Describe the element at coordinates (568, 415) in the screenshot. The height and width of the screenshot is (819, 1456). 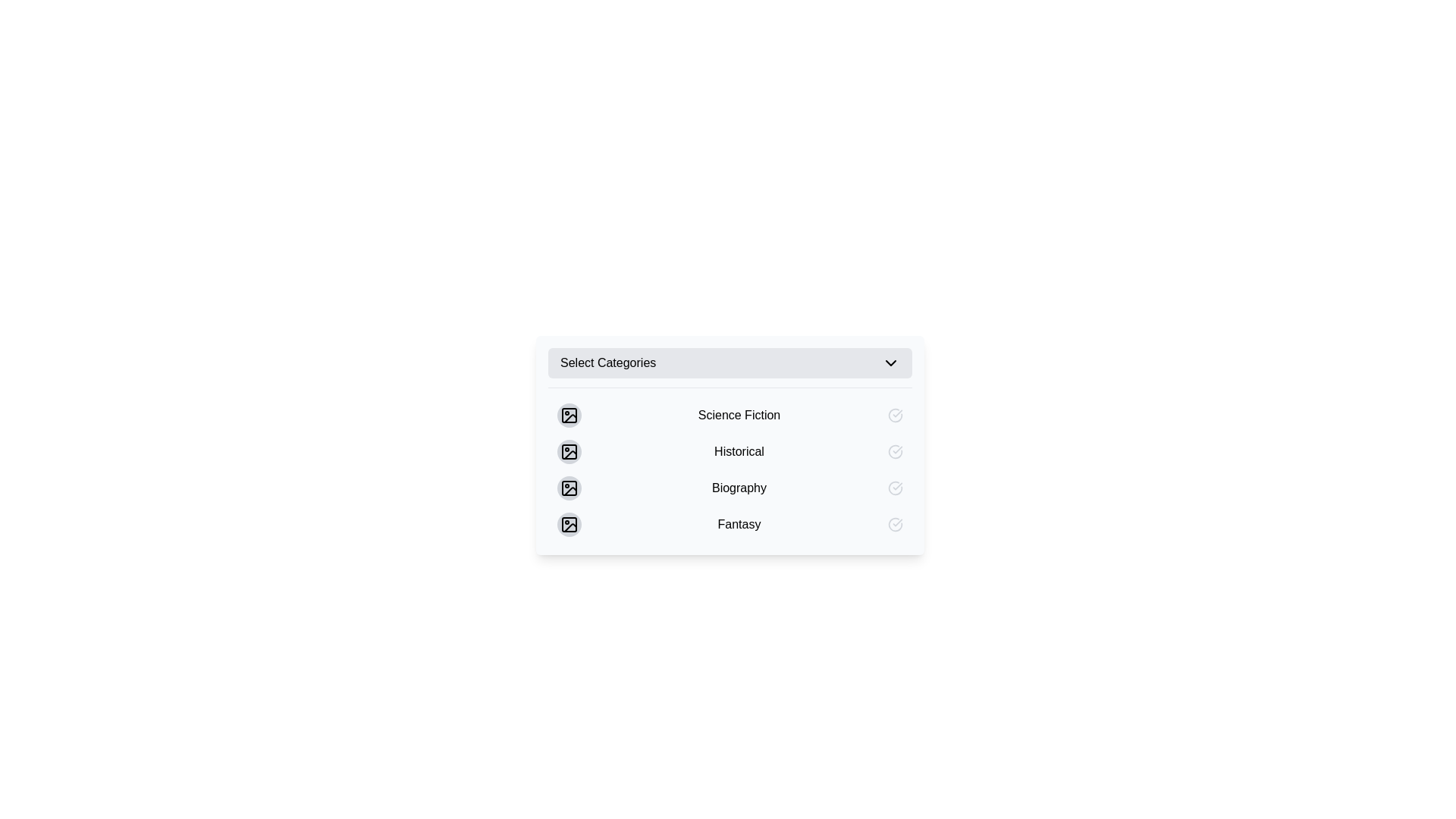
I see `the circular icon button positioned at the very left of the 'Science Fiction' text in the first row of the category selection list` at that location.